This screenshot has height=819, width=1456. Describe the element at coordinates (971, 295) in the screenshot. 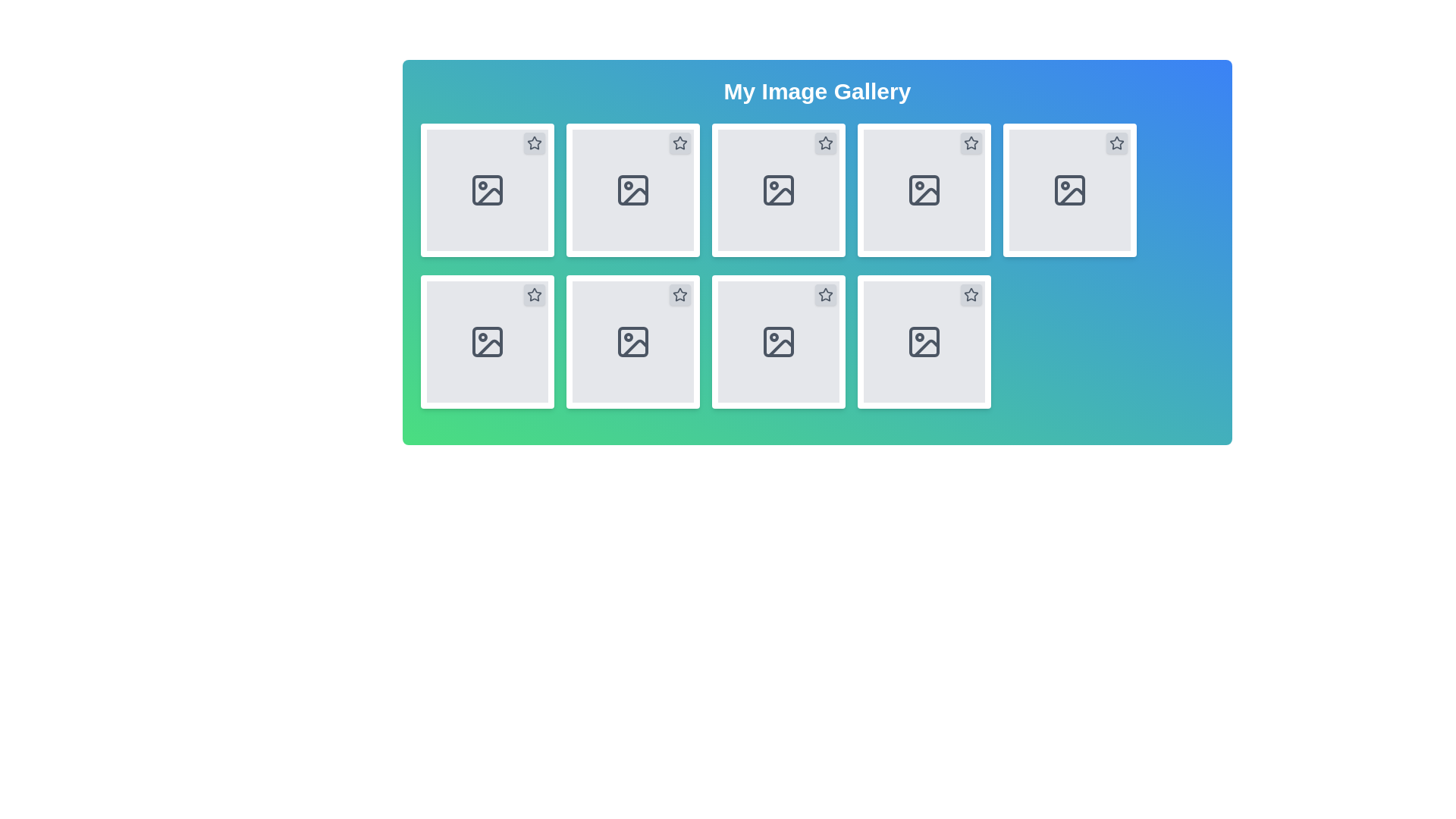

I see `the star-shaped icon in the top-right corner of the bottom-right tile in the grid layout` at that location.